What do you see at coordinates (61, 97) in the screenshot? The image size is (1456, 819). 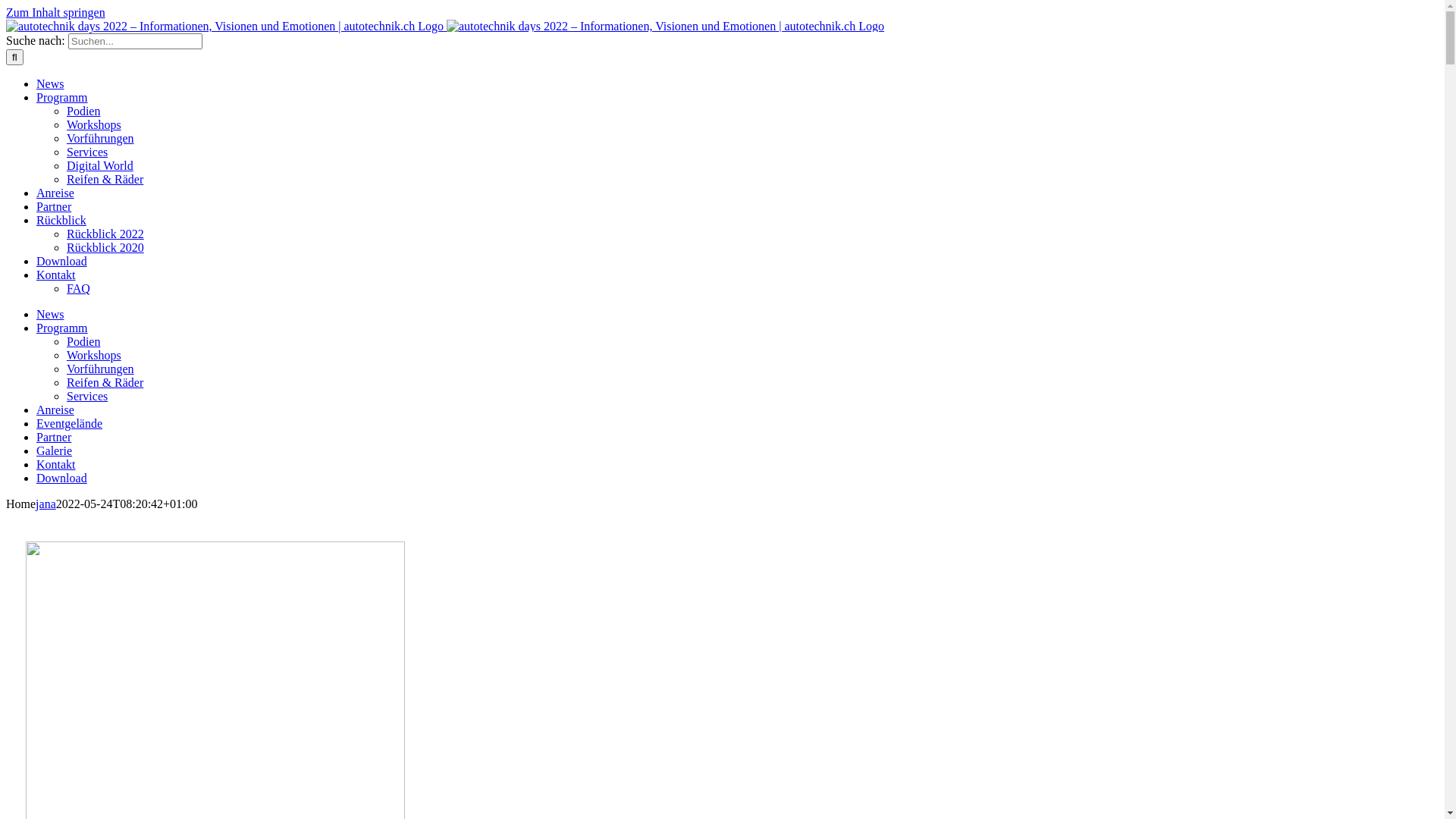 I see `'Programm'` at bounding box center [61, 97].